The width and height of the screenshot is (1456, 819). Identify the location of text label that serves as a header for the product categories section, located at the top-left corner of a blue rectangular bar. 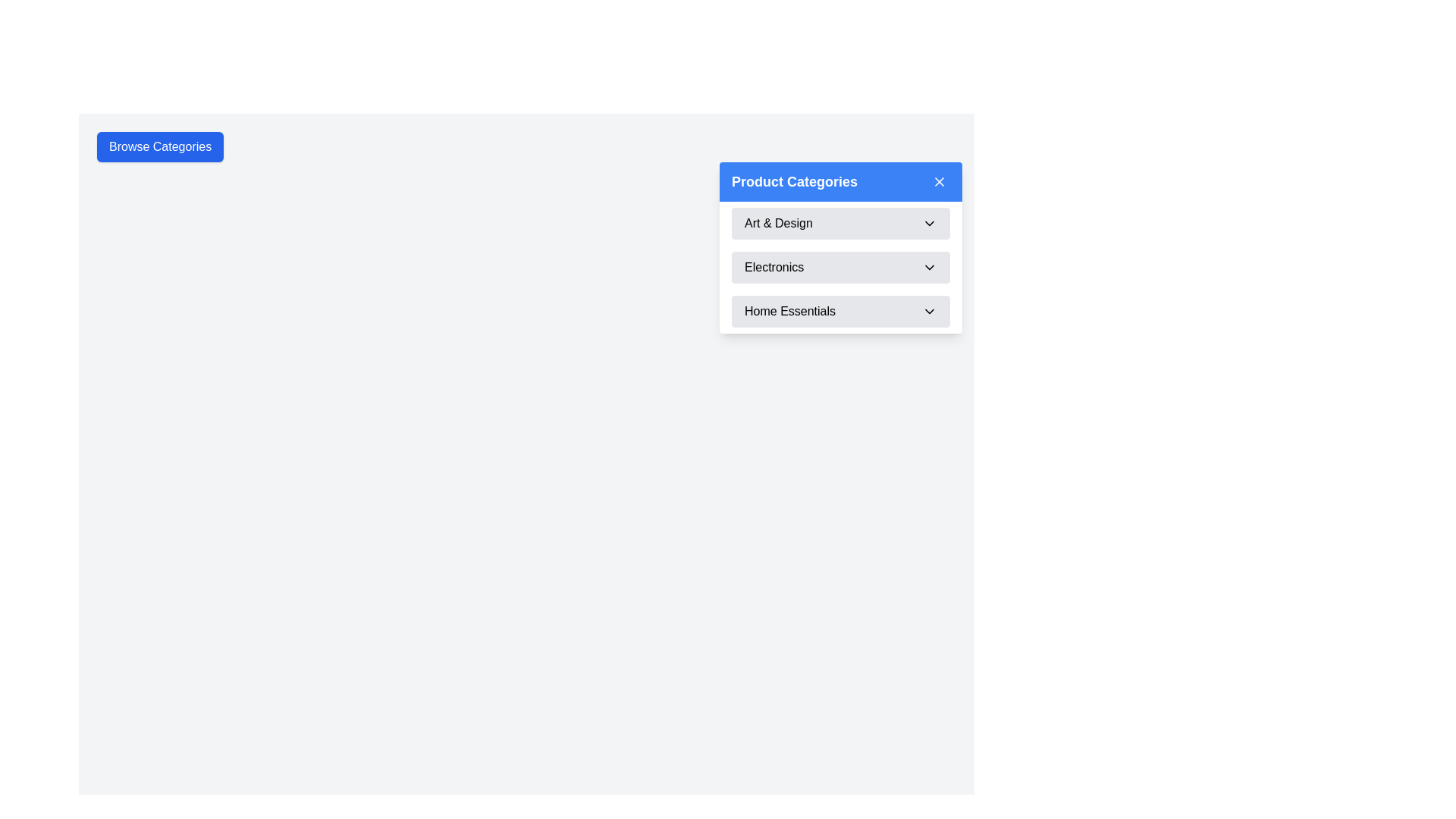
(793, 180).